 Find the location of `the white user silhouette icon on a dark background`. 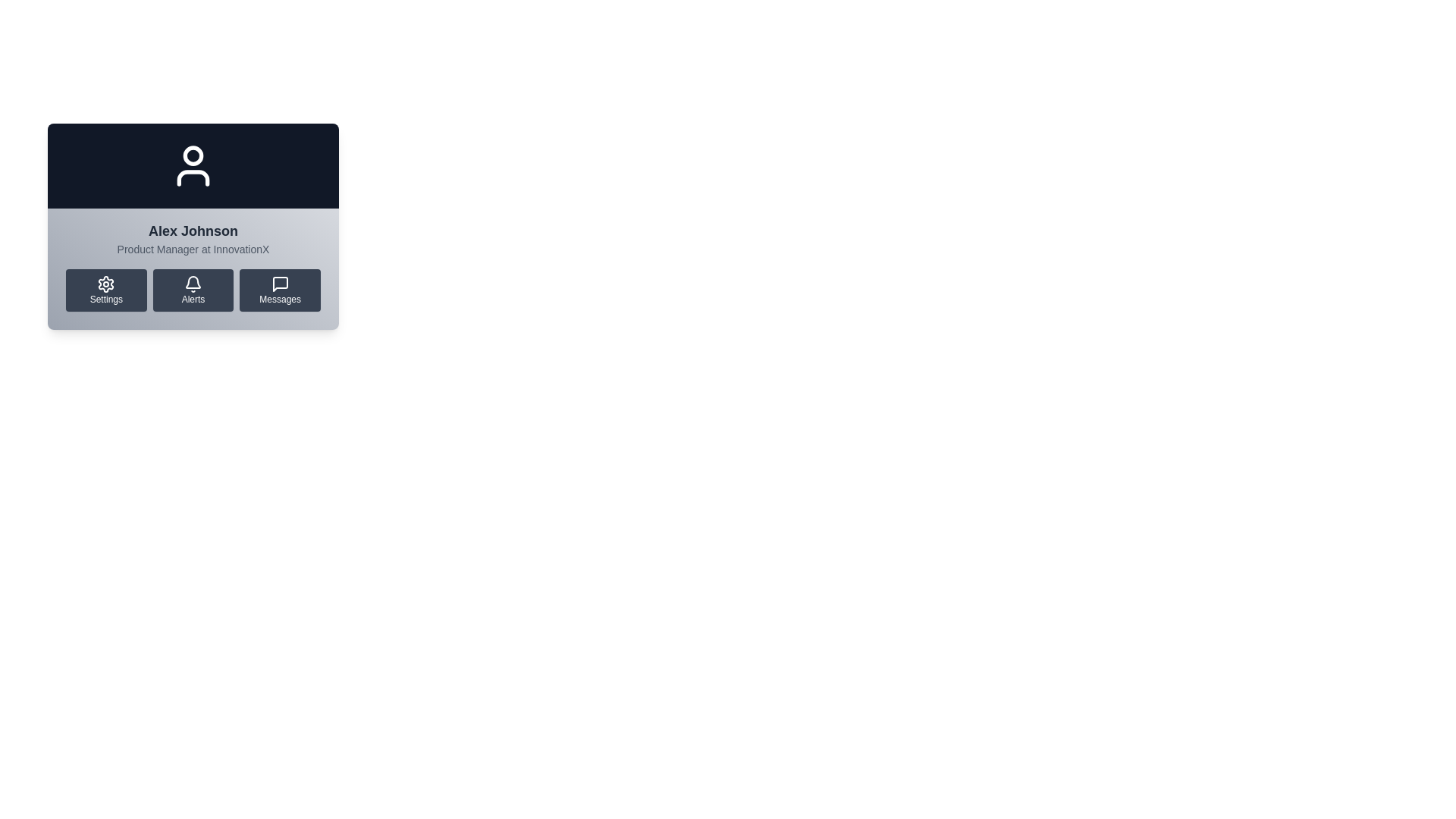

the white user silhouette icon on a dark background is located at coordinates (192, 166).